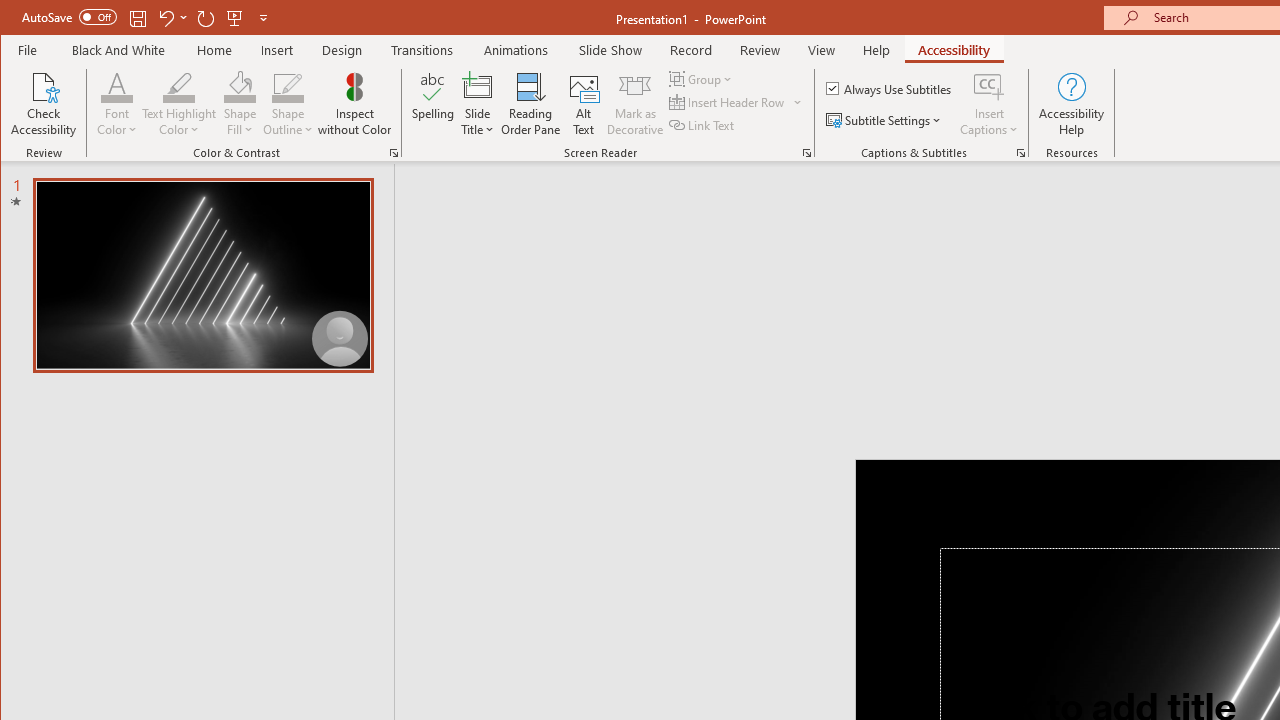 This screenshot has height=720, width=1280. Describe the element at coordinates (703, 125) in the screenshot. I see `'Link Text'` at that location.